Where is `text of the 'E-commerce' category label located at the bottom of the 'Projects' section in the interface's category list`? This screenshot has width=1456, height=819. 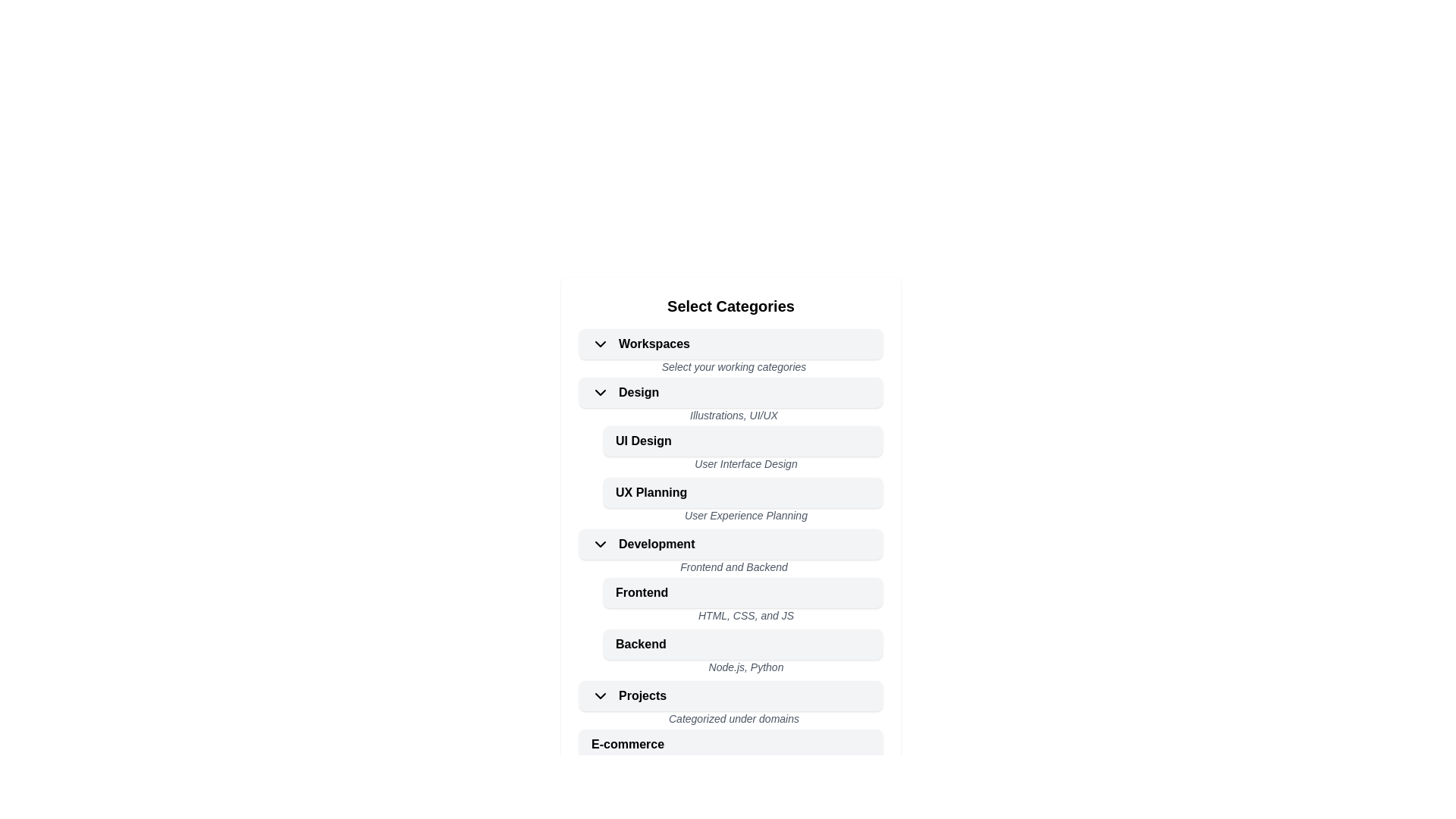
text of the 'E-commerce' category label located at the bottom of the 'Projects' section in the interface's category list is located at coordinates (628, 744).